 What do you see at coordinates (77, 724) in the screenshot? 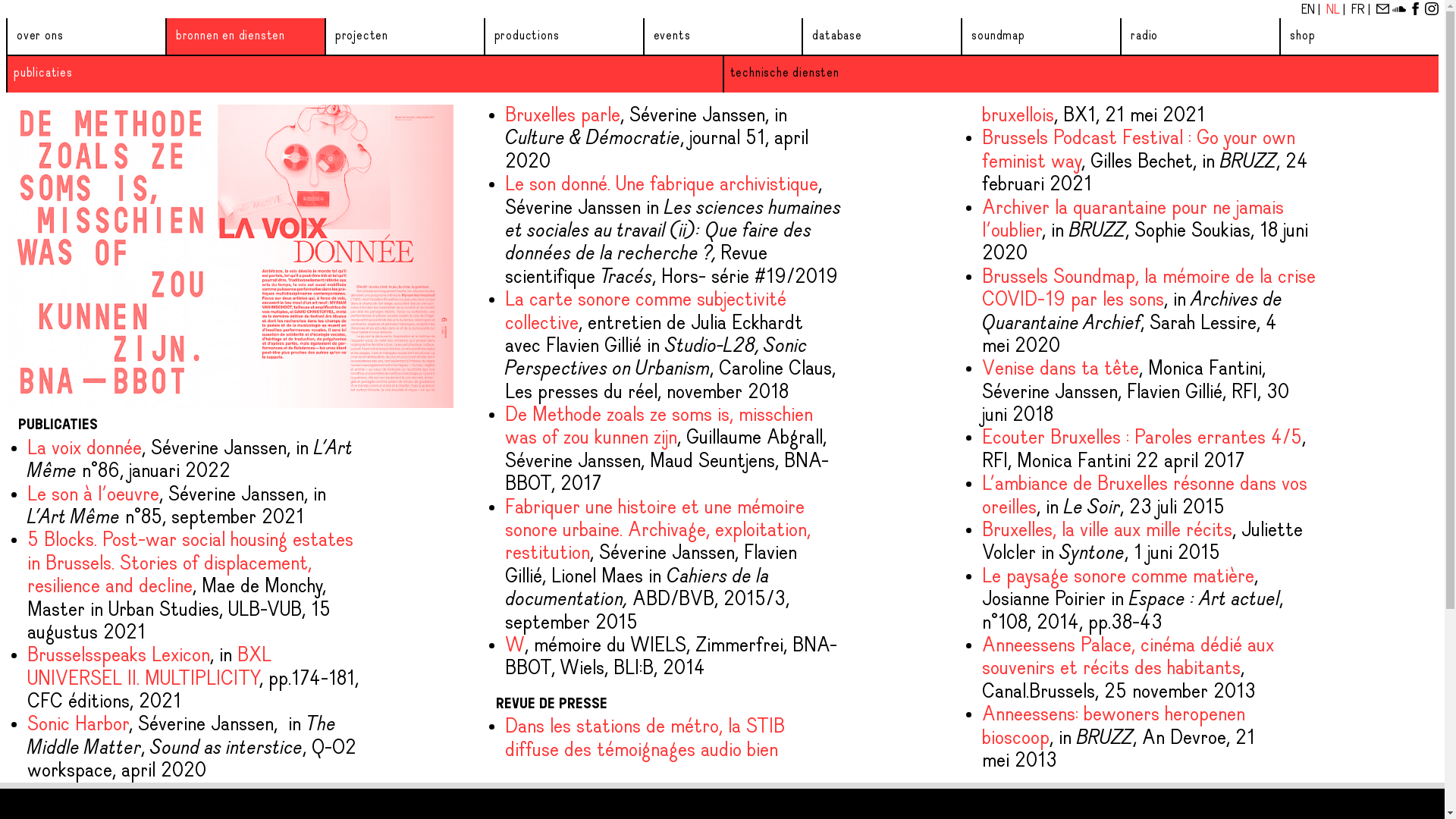
I see `'Sonic Harbor'` at bounding box center [77, 724].